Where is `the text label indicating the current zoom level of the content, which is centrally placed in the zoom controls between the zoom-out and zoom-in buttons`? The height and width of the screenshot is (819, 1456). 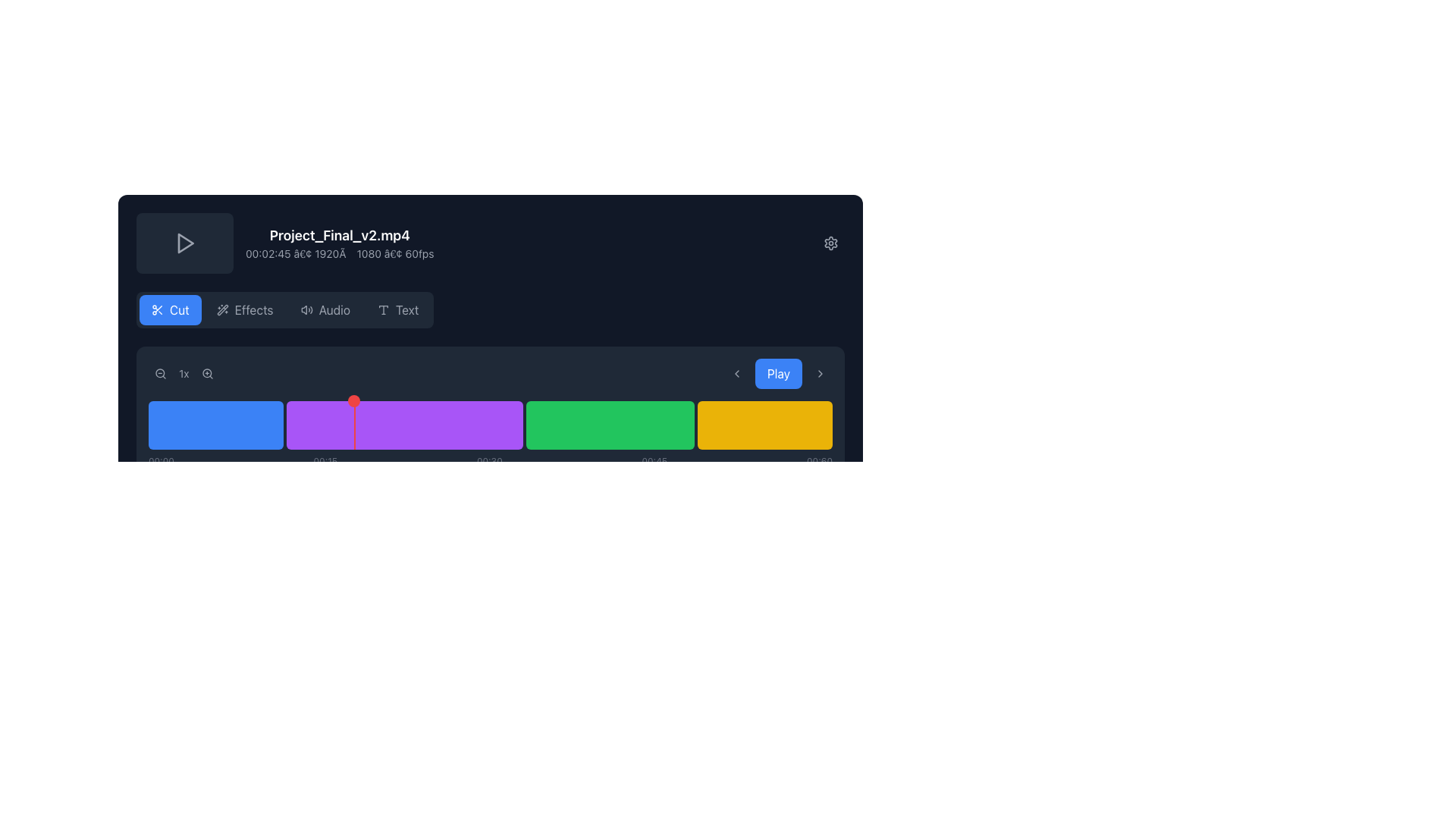 the text label indicating the current zoom level of the content, which is centrally placed in the zoom controls between the zoom-out and zoom-in buttons is located at coordinates (183, 374).